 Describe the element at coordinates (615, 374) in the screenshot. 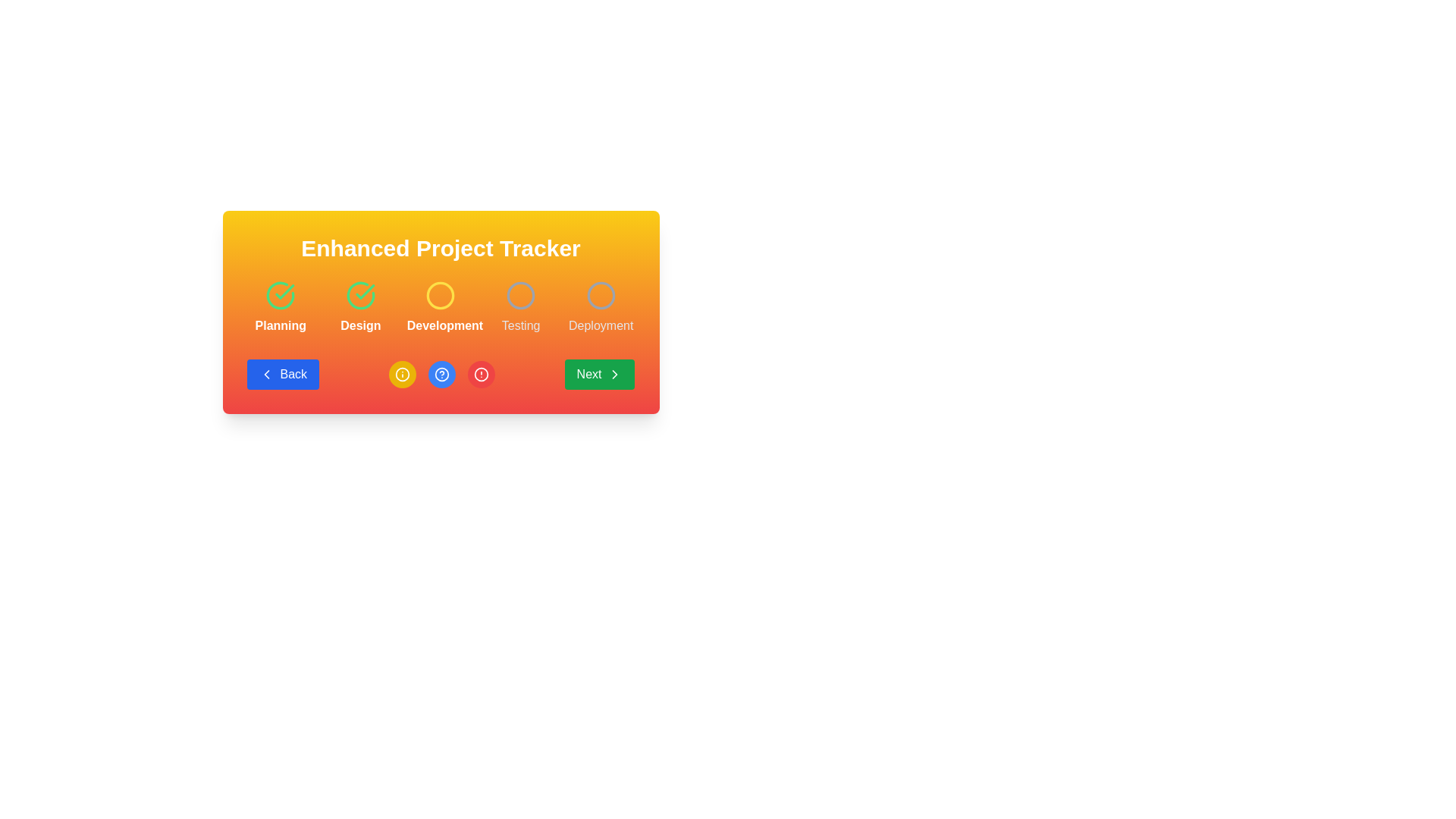

I see `the right-pointing chevron icon located within the green rounded 'Next' button in the bottom-right corner of the card` at that location.